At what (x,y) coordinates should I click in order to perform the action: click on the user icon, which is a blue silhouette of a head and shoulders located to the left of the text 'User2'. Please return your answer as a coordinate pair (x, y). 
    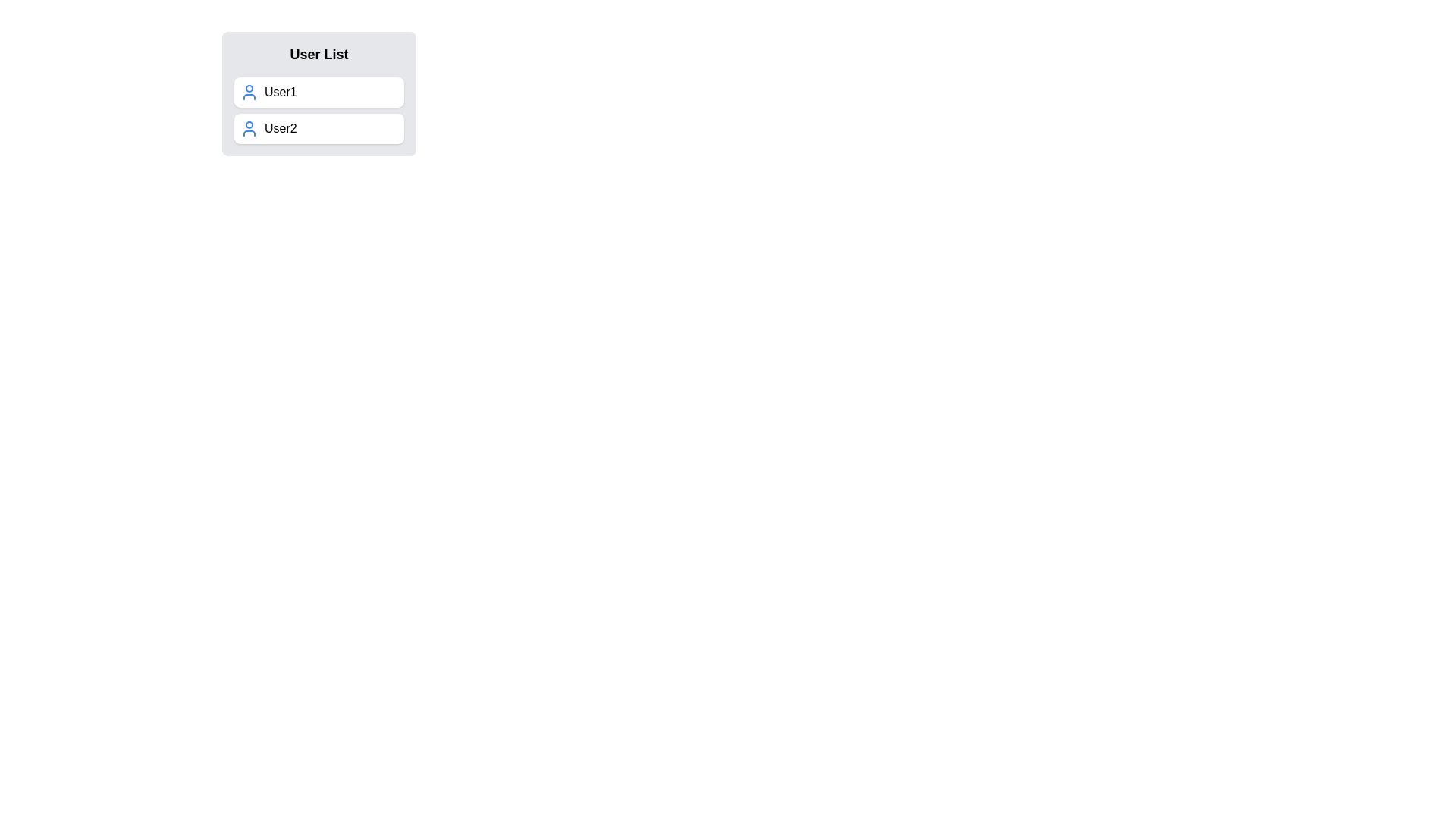
    Looking at the image, I should click on (249, 127).